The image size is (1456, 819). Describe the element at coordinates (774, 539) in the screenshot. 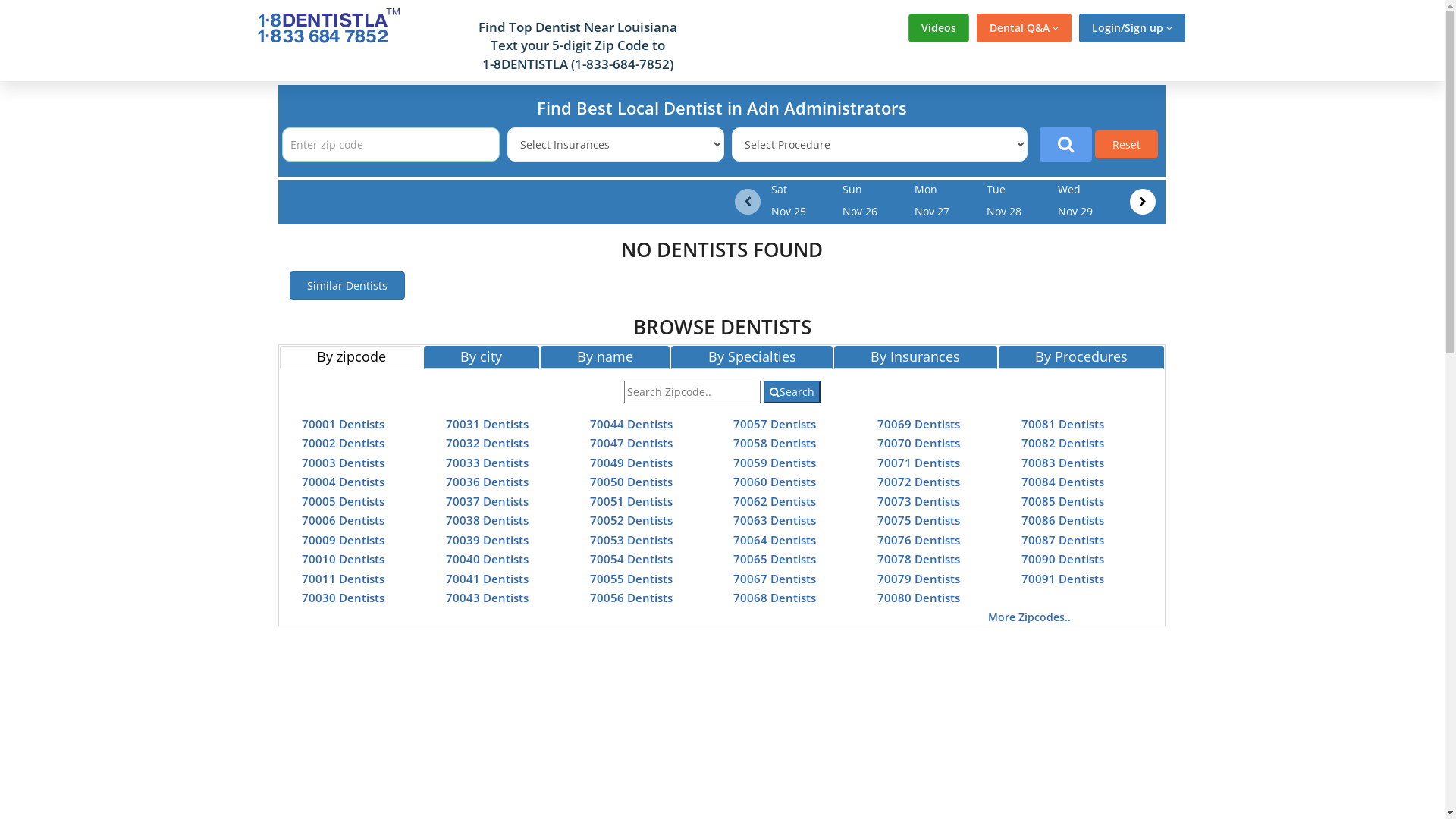

I see `'70064 Dentists'` at that location.